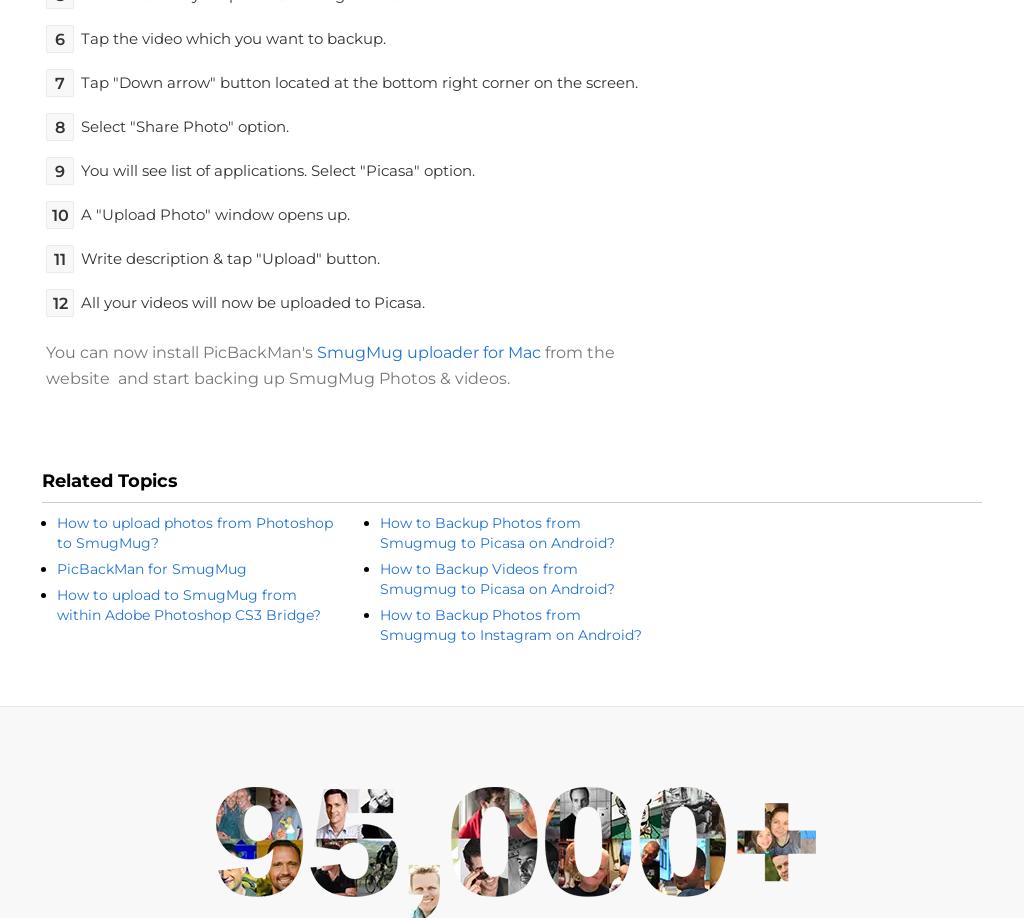  I want to click on 'How to upload to SmugMug from within Adobe Photoshop CS3 Bridge?', so click(56, 603).